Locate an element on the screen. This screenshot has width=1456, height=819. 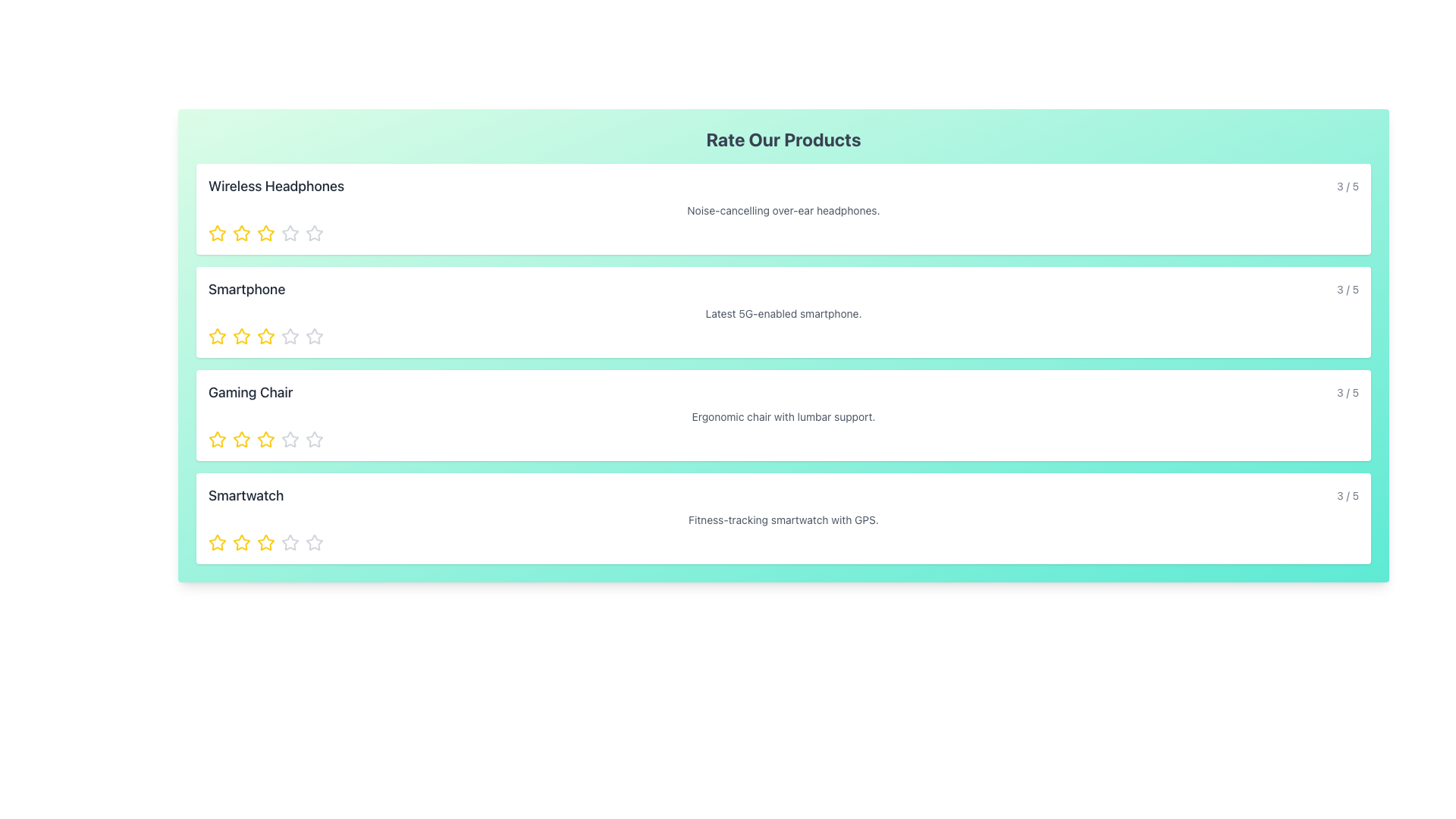
the second star in the fifth row of the rating component is located at coordinates (265, 541).